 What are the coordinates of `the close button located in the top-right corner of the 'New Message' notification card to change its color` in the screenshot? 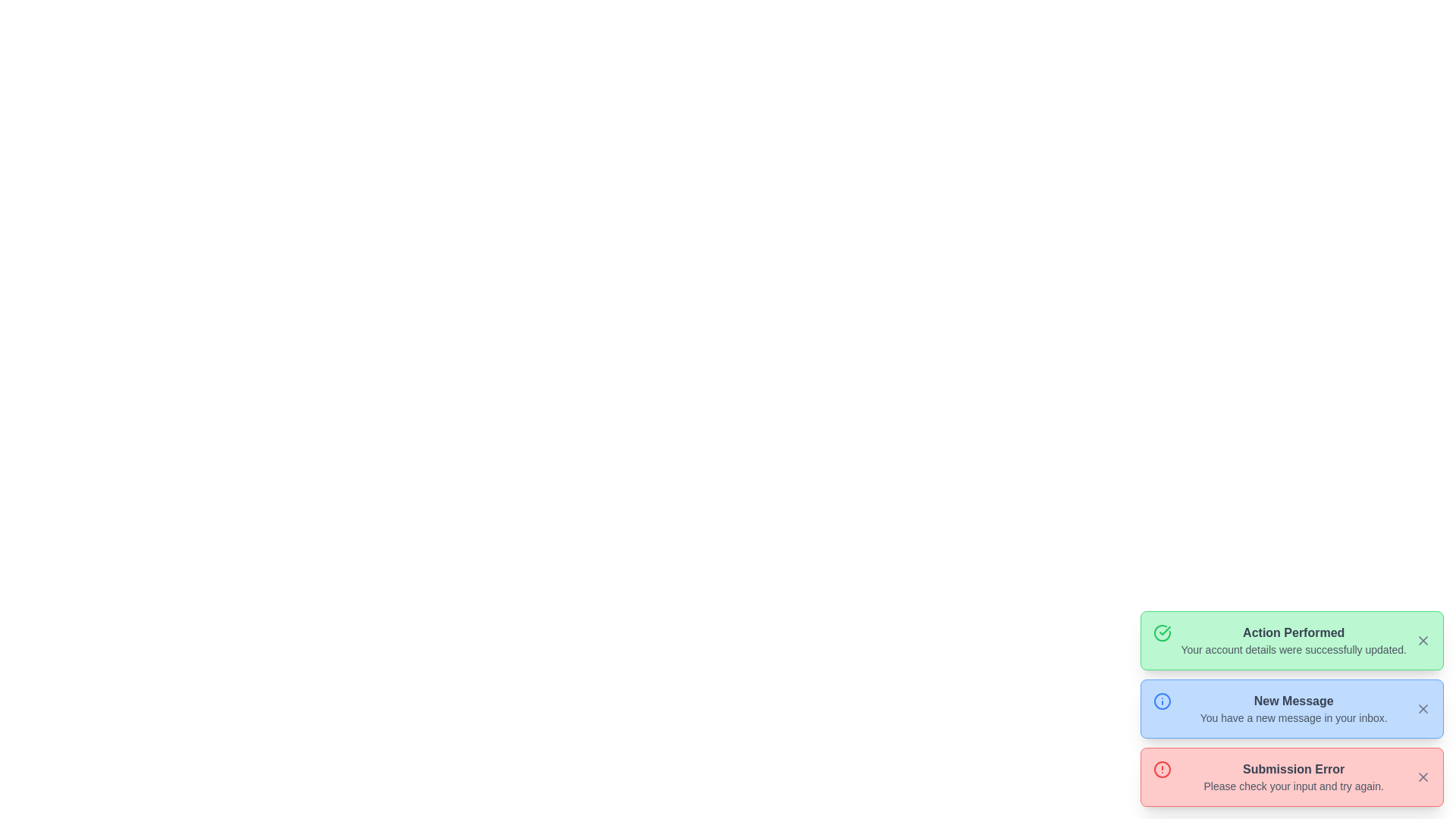 It's located at (1422, 708).